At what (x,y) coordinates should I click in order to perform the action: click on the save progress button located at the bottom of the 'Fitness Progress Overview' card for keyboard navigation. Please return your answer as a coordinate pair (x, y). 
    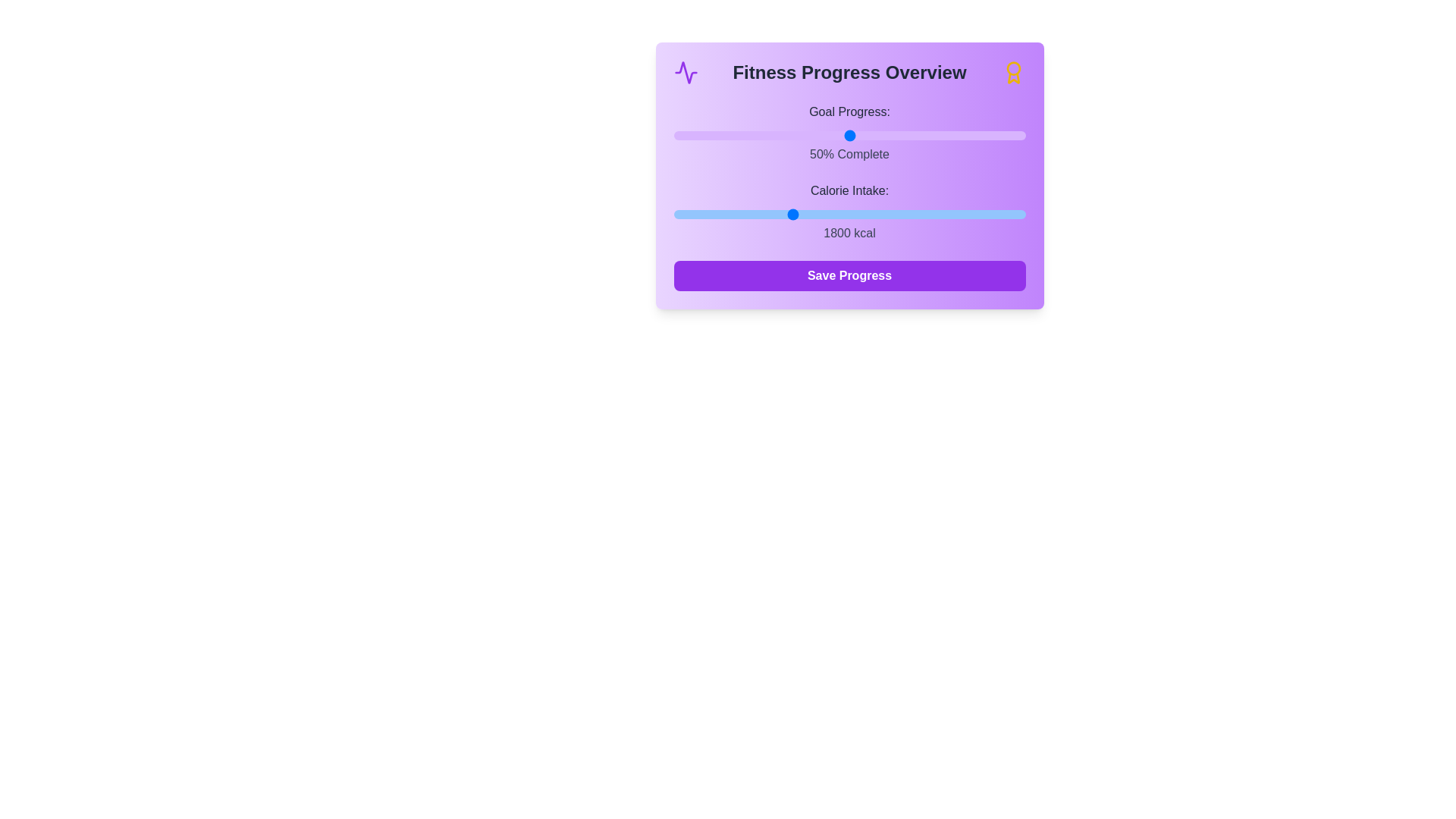
    Looking at the image, I should click on (849, 275).